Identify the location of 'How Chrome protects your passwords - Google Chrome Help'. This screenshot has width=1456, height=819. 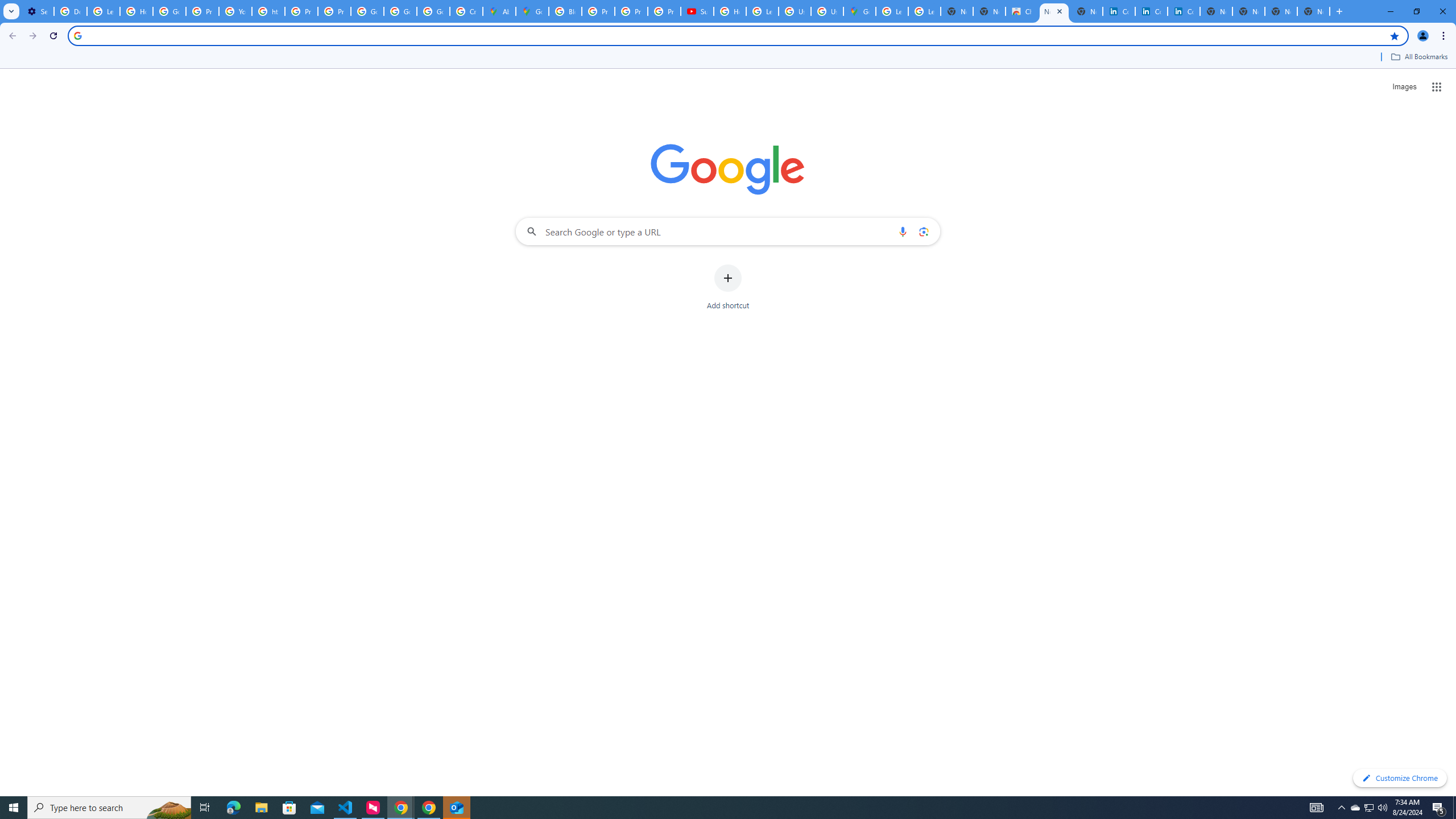
(730, 11).